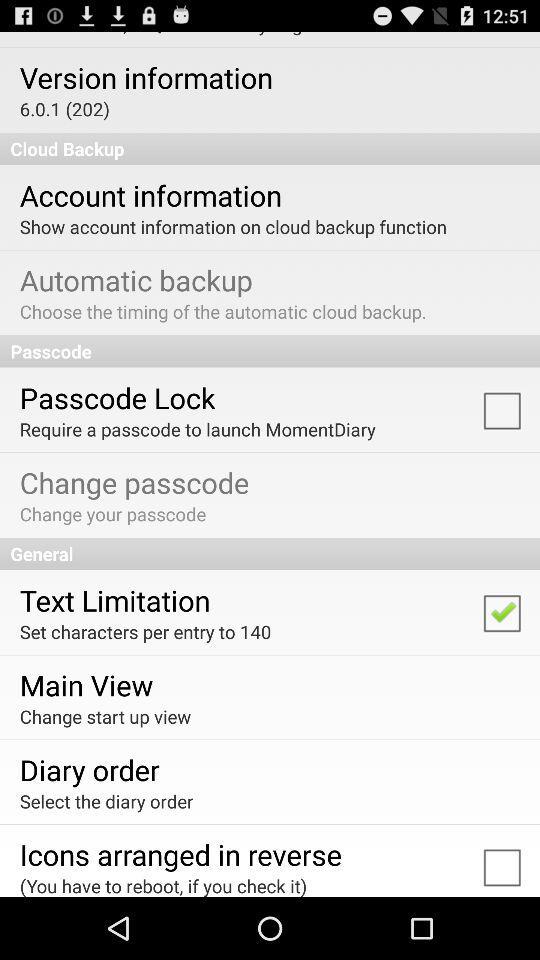 This screenshot has width=540, height=960. Describe the element at coordinates (197, 429) in the screenshot. I see `the require a passcode` at that location.